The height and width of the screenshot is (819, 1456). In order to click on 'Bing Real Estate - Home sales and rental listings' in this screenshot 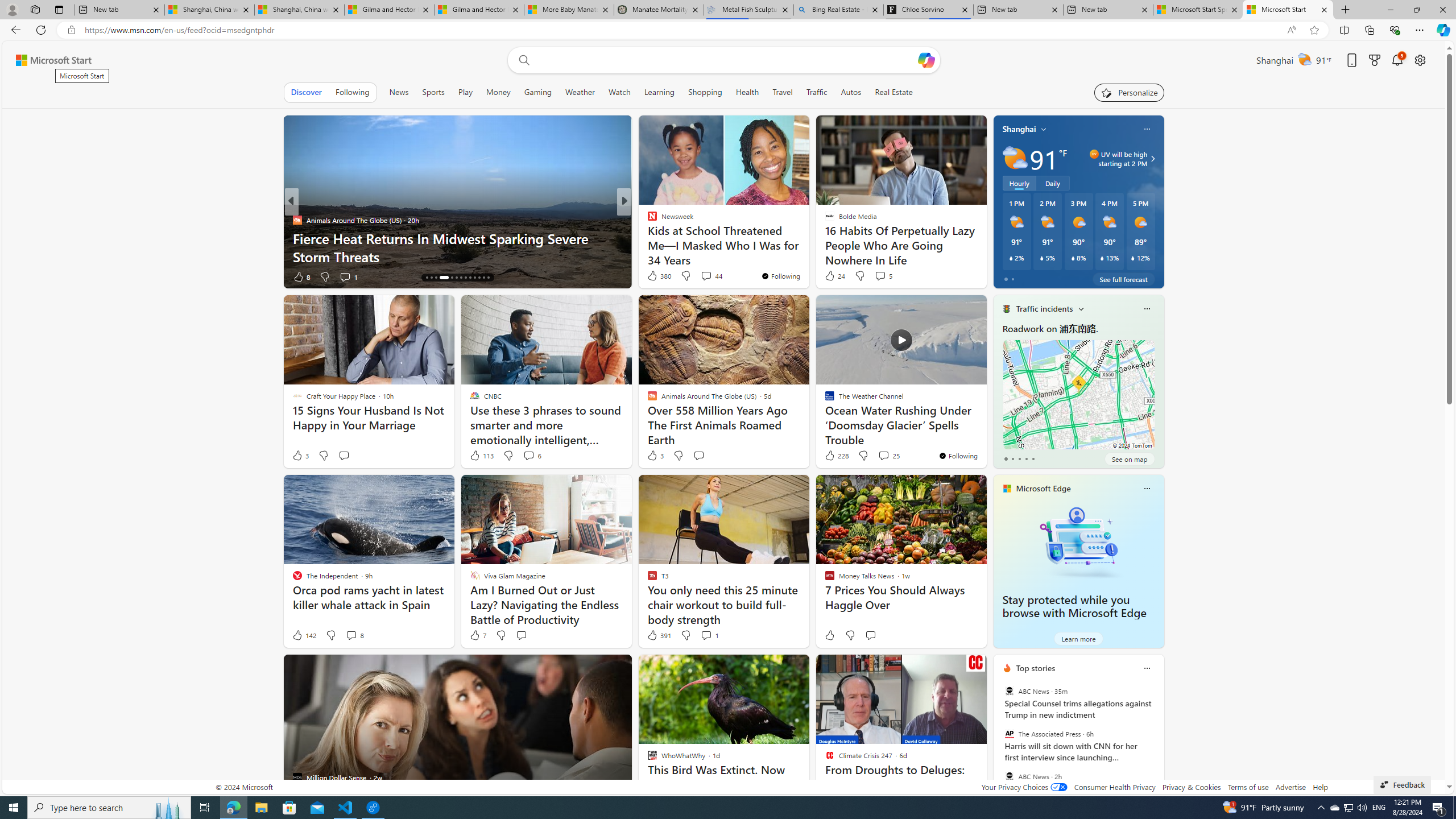, I will do `click(838, 9)`.